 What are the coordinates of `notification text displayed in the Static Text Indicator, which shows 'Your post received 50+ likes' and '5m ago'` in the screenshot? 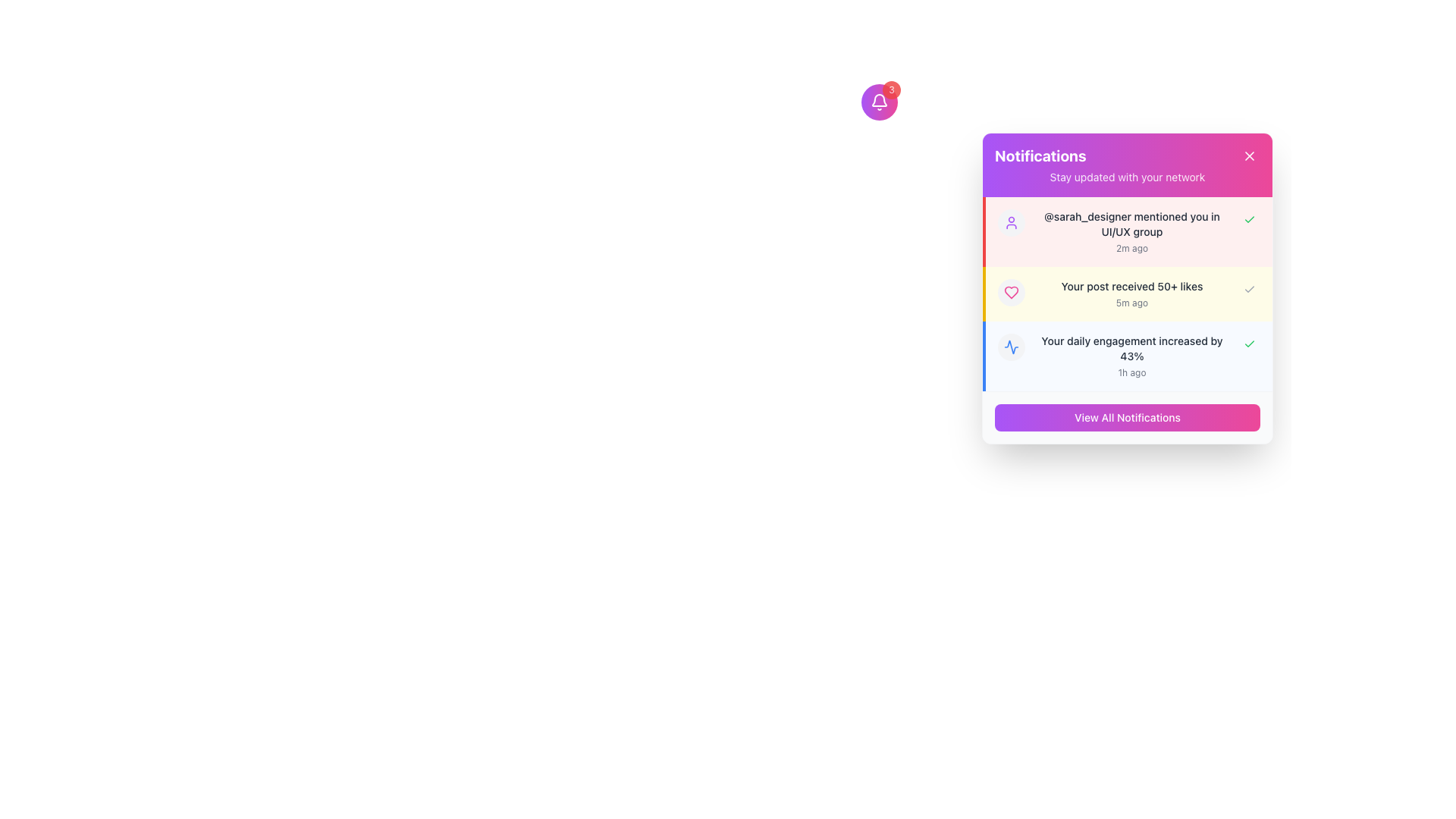 It's located at (1131, 294).